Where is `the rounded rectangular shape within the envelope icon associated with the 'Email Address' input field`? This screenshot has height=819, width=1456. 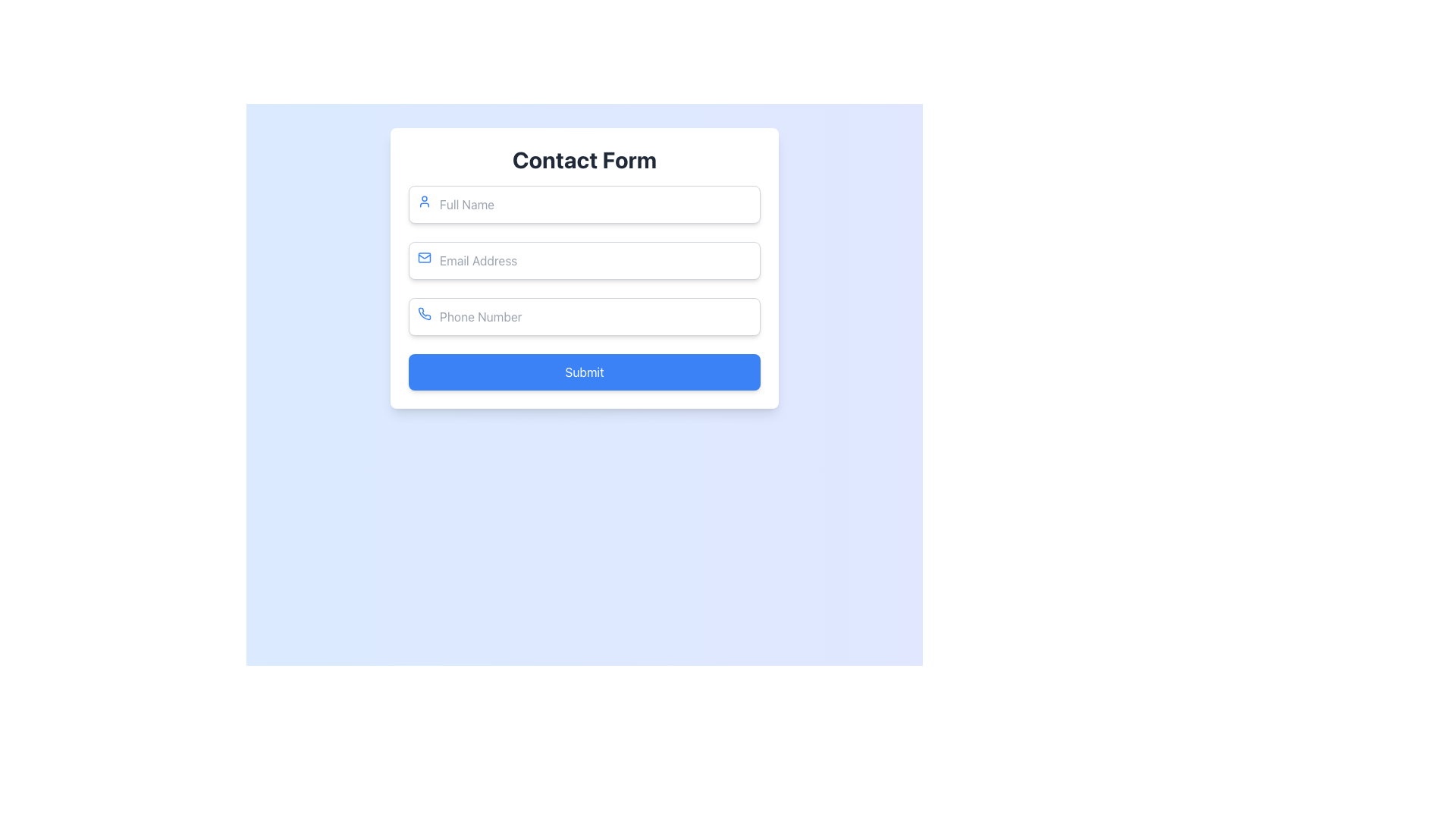
the rounded rectangular shape within the envelope icon associated with the 'Email Address' input field is located at coordinates (425, 256).